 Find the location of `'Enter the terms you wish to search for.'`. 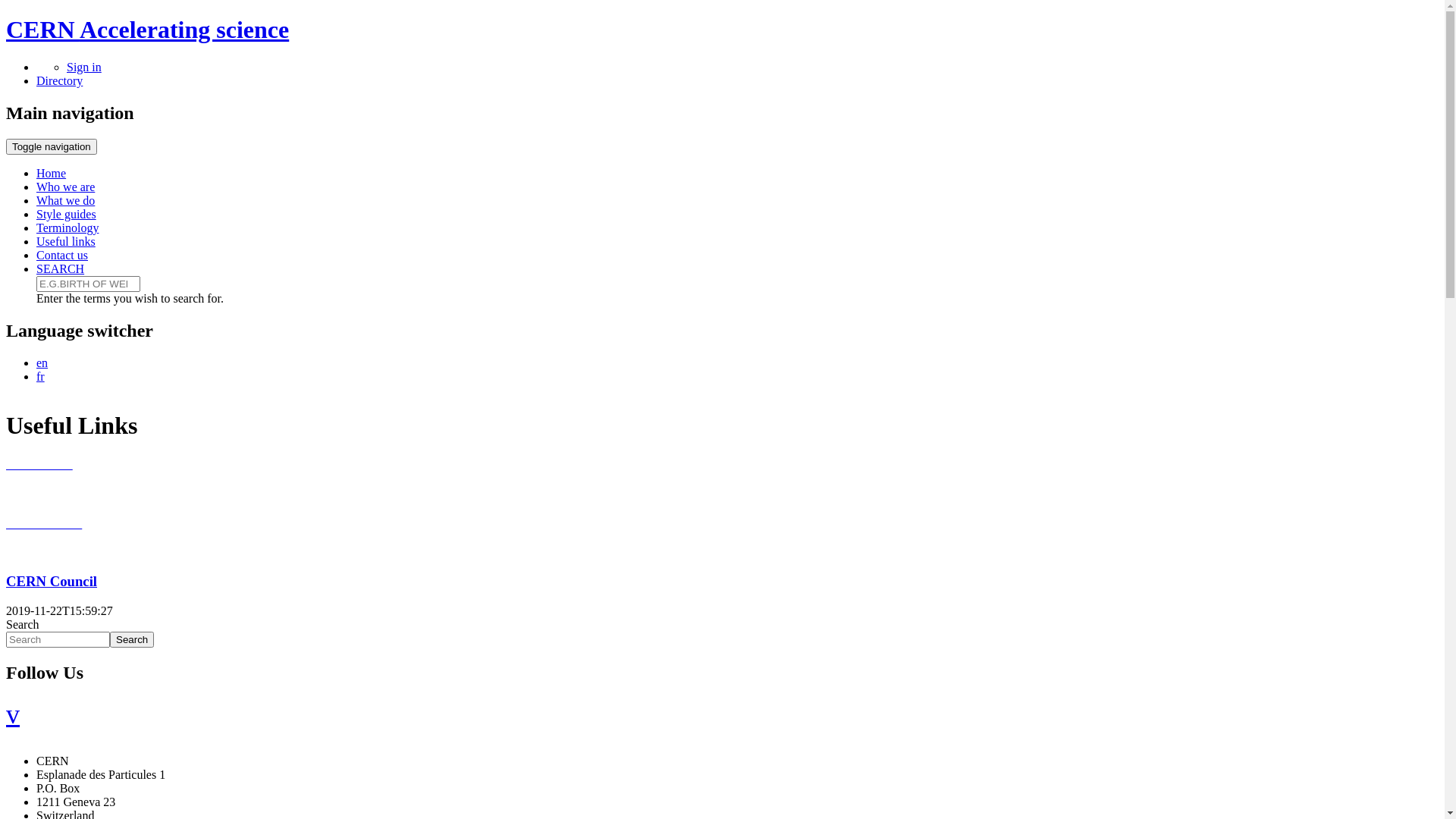

'Enter the terms you wish to search for.' is located at coordinates (6, 639).